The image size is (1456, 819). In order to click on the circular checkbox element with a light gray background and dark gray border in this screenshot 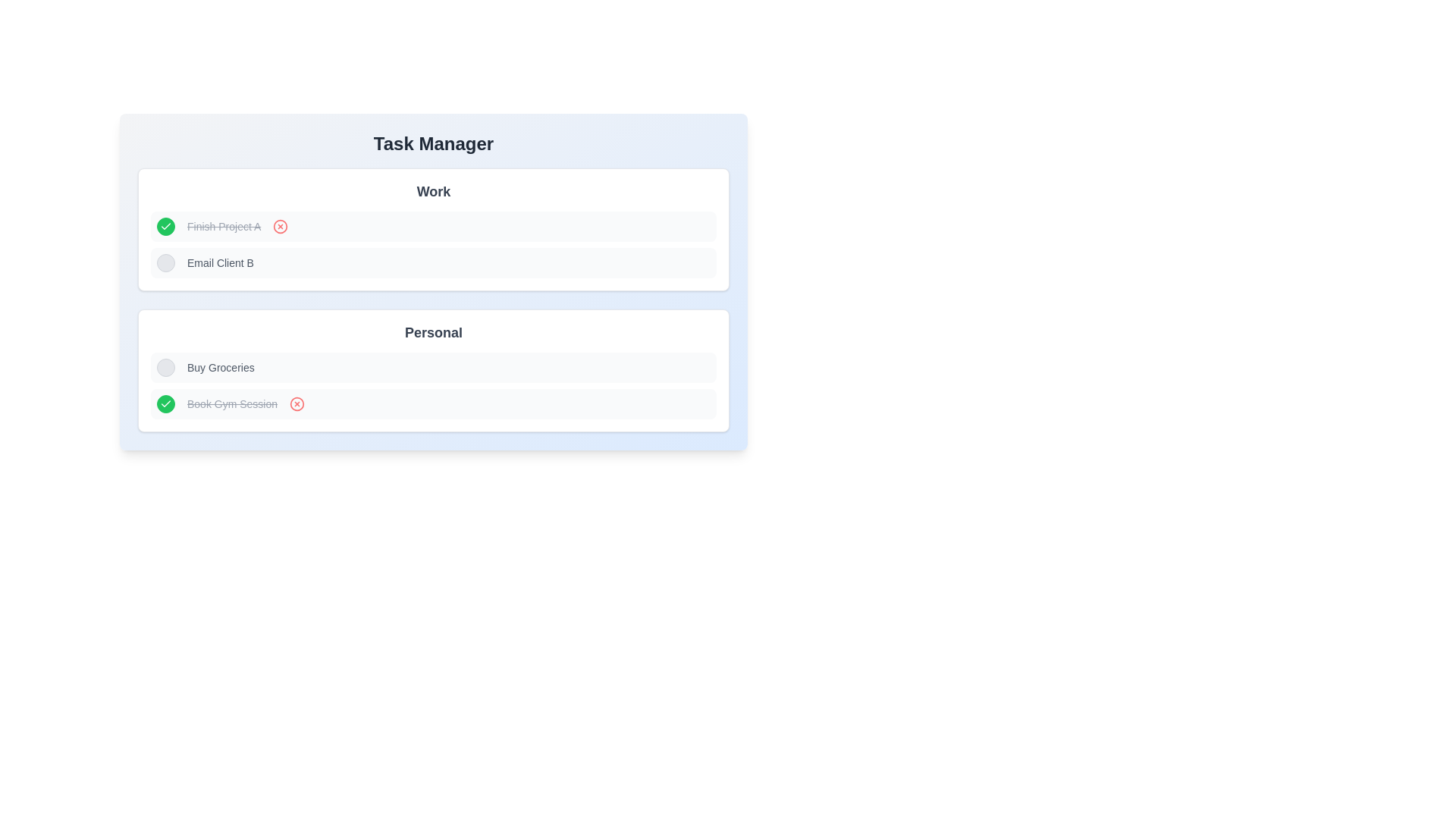, I will do `click(166, 262)`.